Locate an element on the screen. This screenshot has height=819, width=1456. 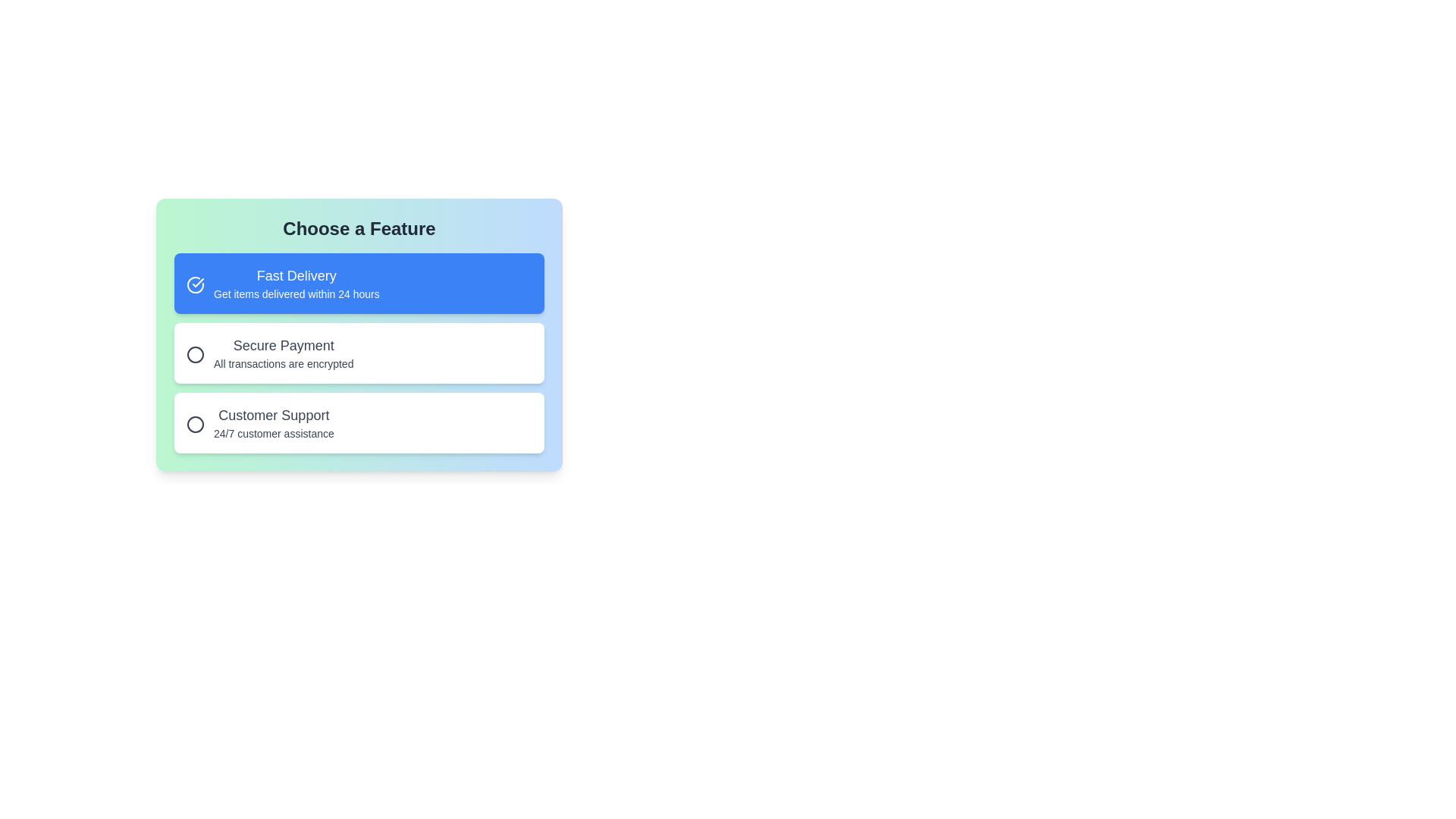
title of the 'Secure Payment' feature, which is a text label centrally located in the second feature option of the selection panel is located at coordinates (284, 345).